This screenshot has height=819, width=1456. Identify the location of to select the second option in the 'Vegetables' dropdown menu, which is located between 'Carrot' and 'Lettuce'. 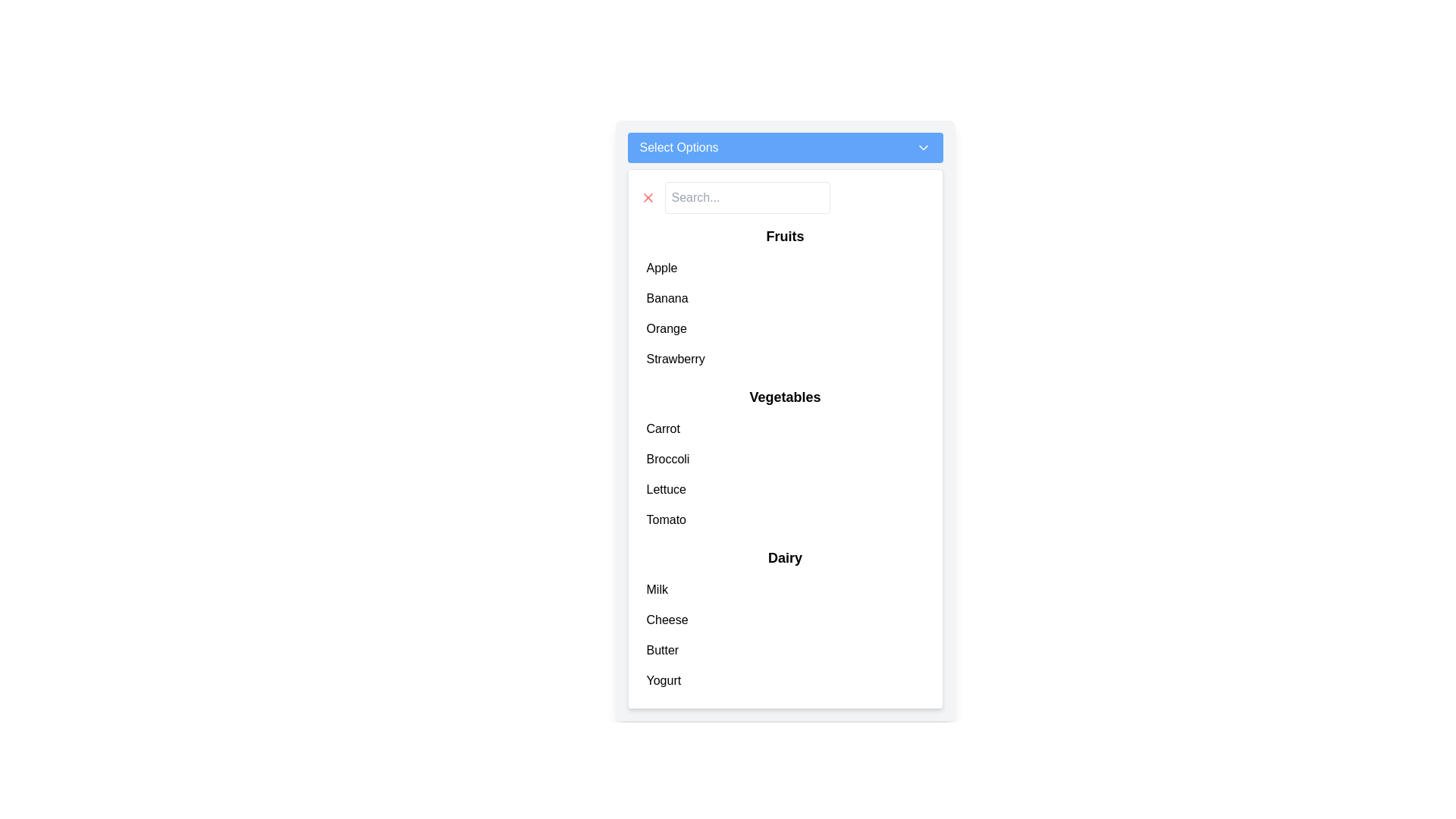
(785, 458).